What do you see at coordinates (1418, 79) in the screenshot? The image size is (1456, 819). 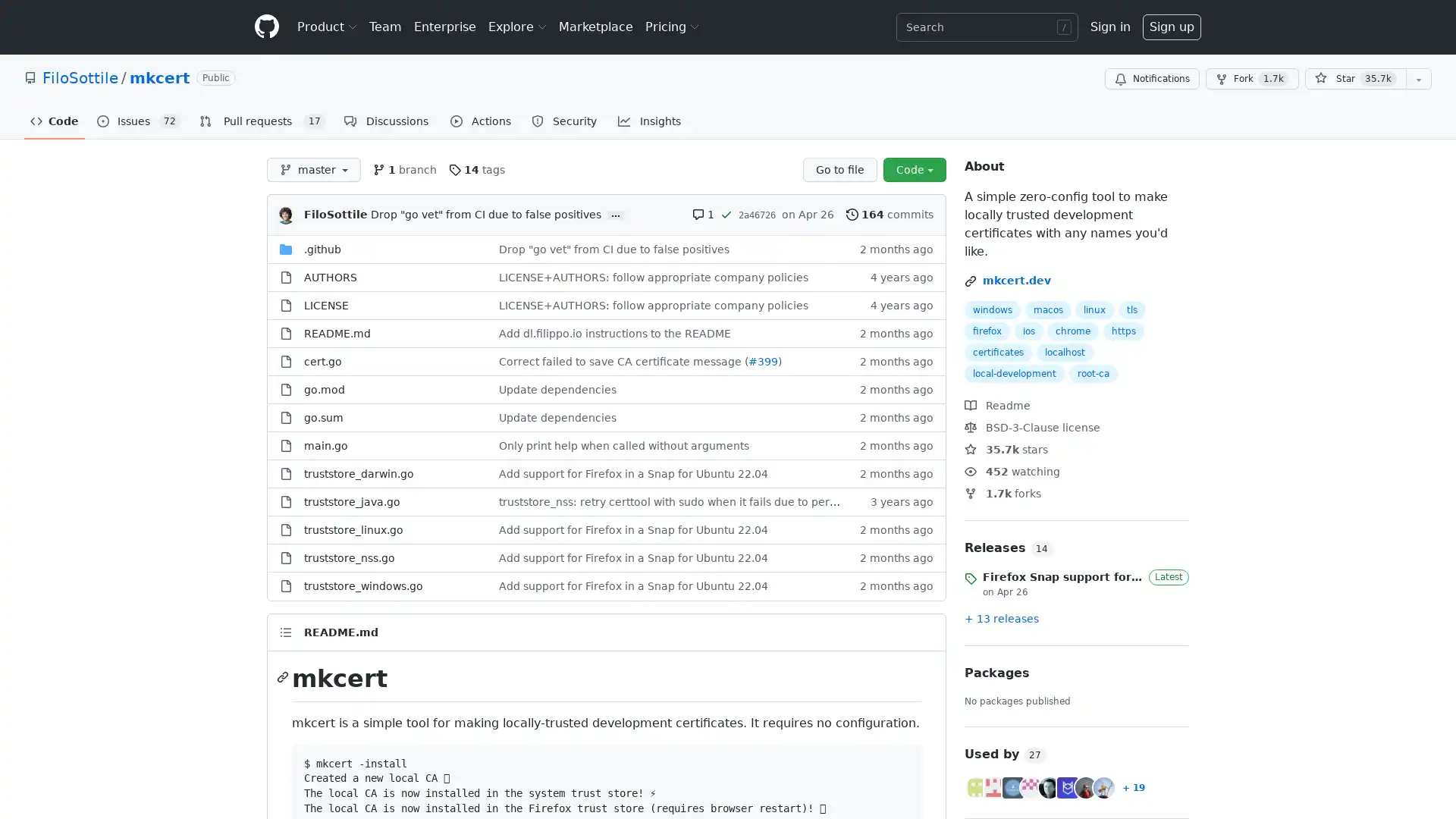 I see `You must be signed in to add this repository to a list` at bounding box center [1418, 79].